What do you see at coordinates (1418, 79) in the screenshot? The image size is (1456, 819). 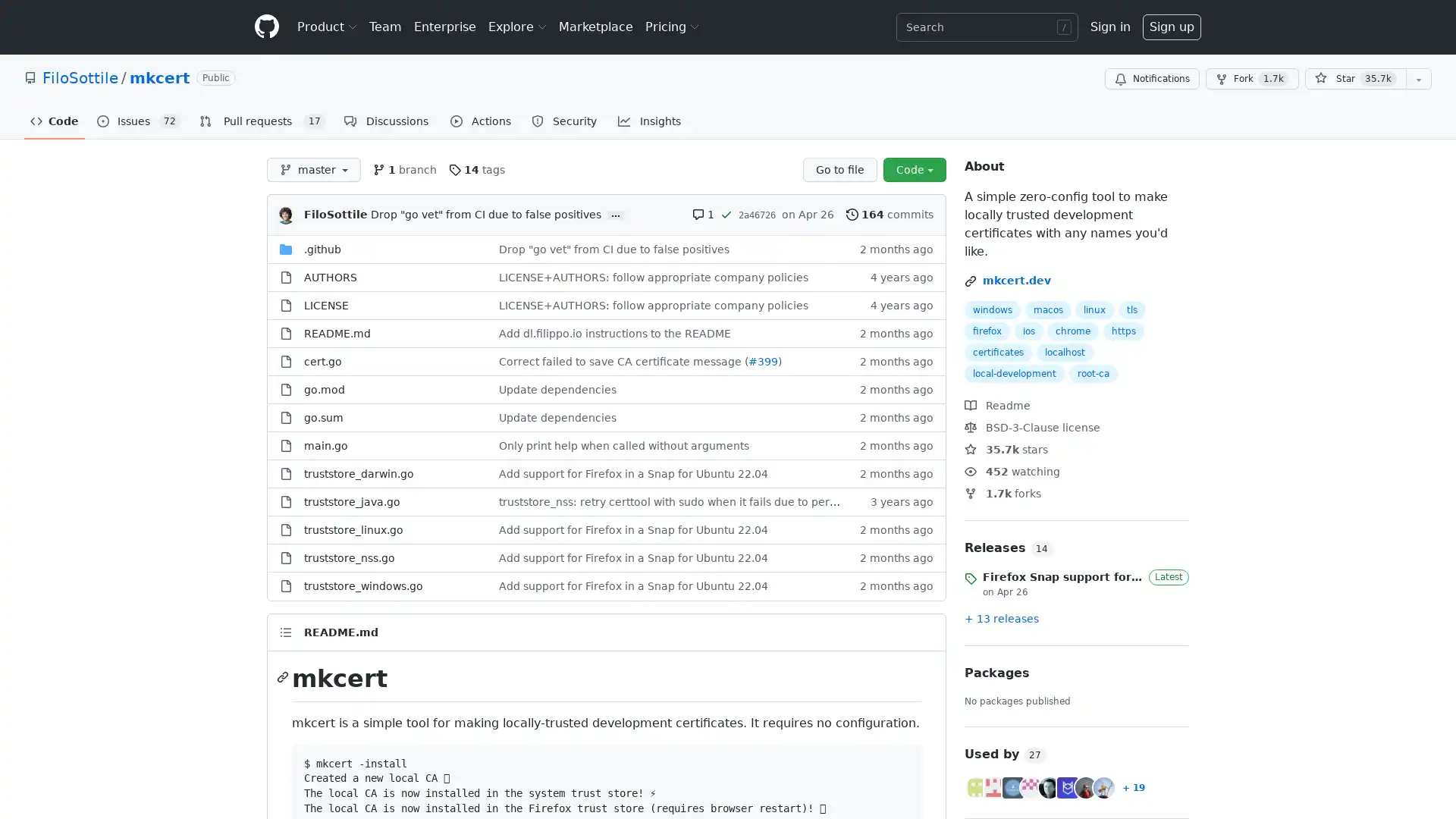 I see `You must be signed in to add this repository to a list` at bounding box center [1418, 79].